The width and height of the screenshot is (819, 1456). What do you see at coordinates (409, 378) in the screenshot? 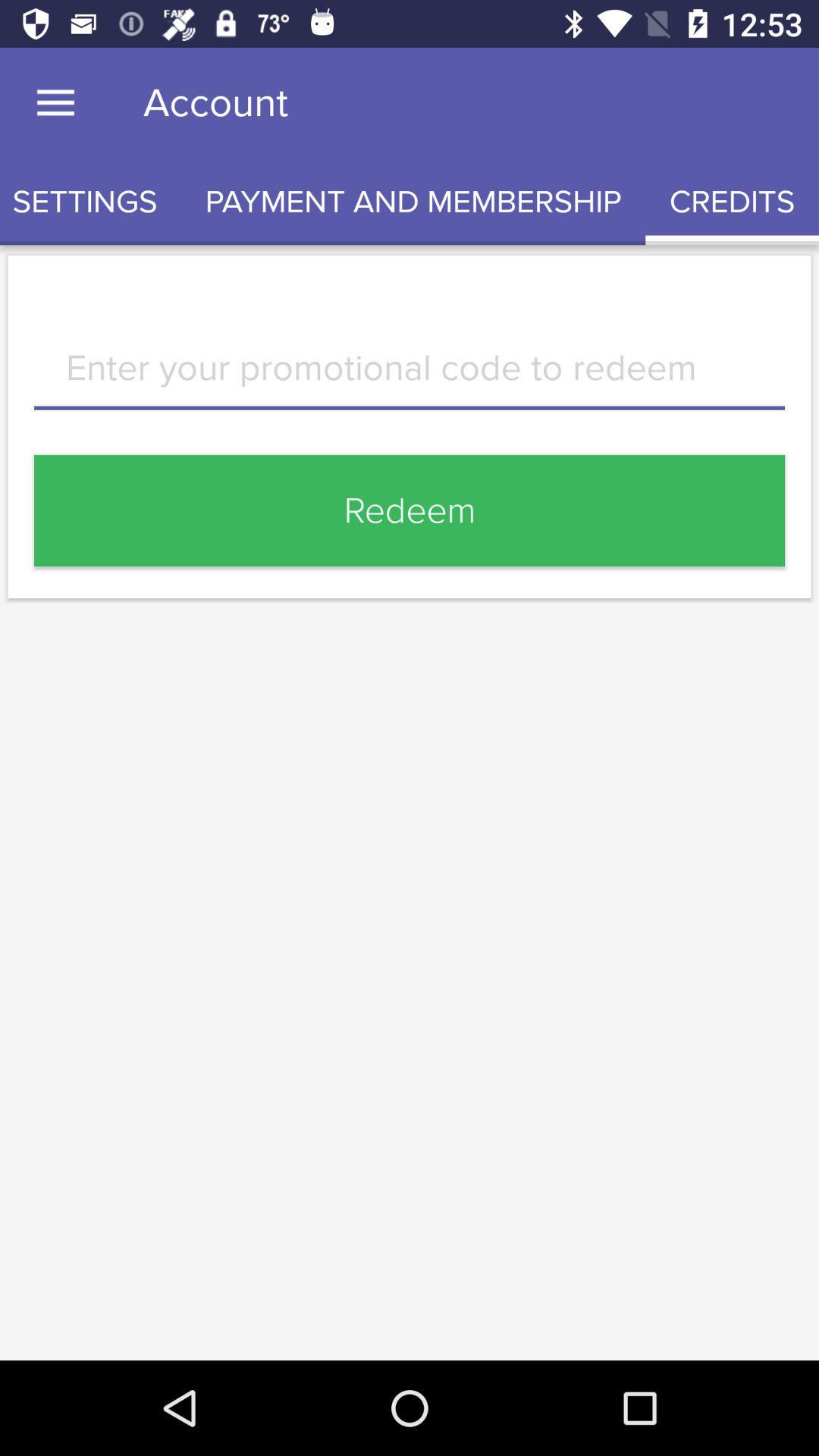
I see `promotional code` at bounding box center [409, 378].